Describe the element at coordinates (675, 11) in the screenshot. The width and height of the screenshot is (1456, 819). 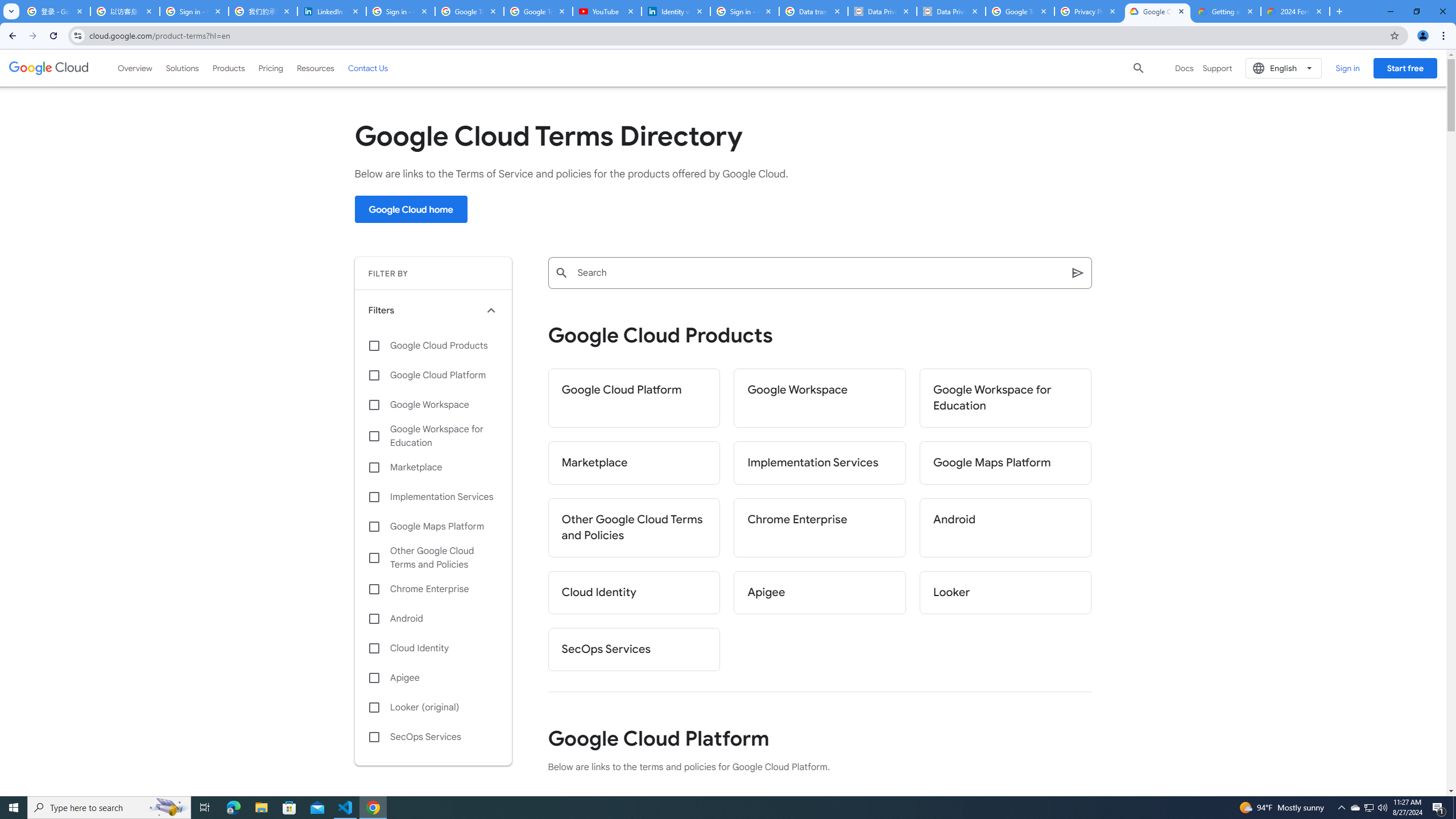
I see `'Identity verification via Persona | LinkedIn Help'` at that location.